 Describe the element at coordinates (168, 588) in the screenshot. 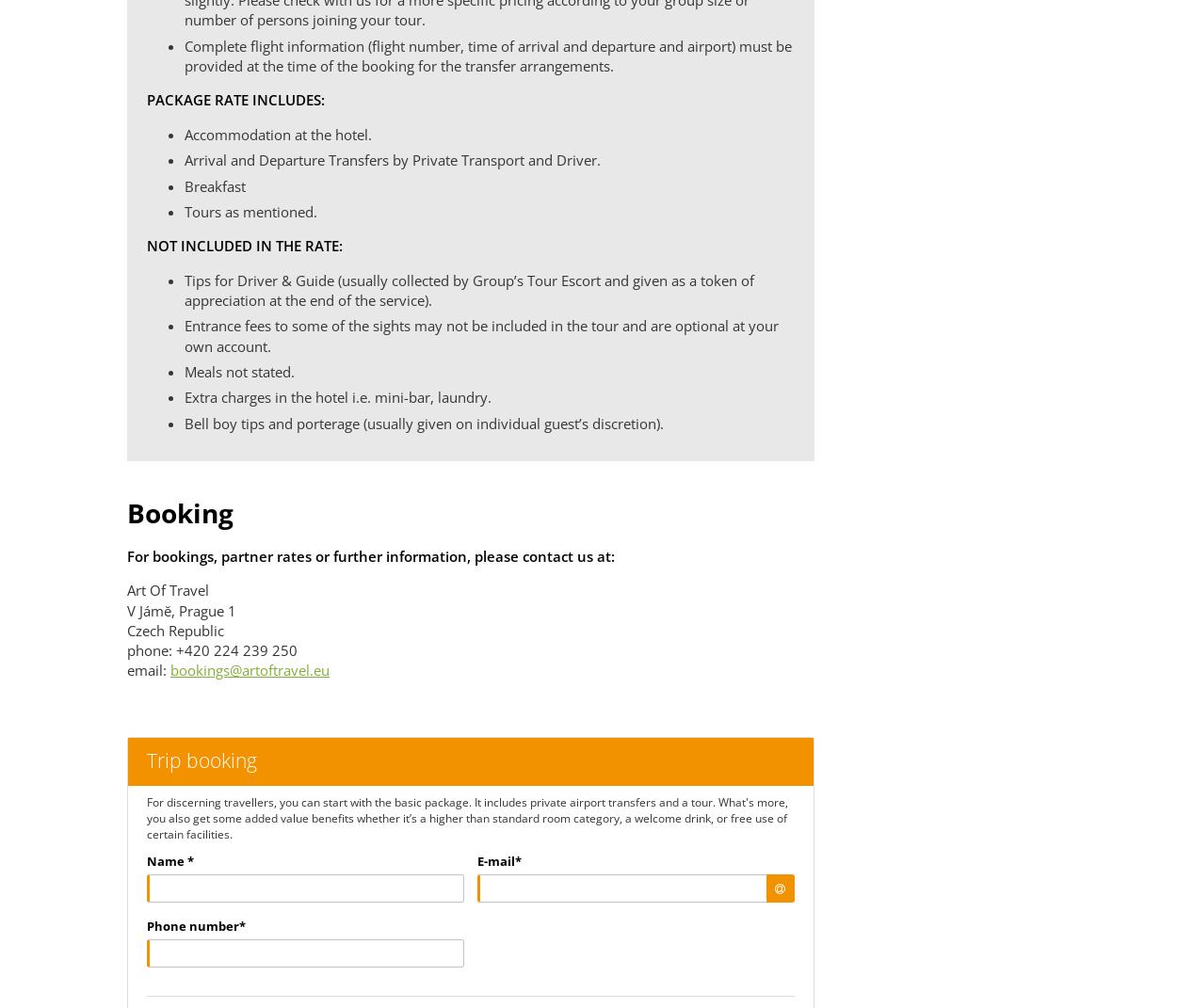

I see `'Art Of Travel'` at that location.